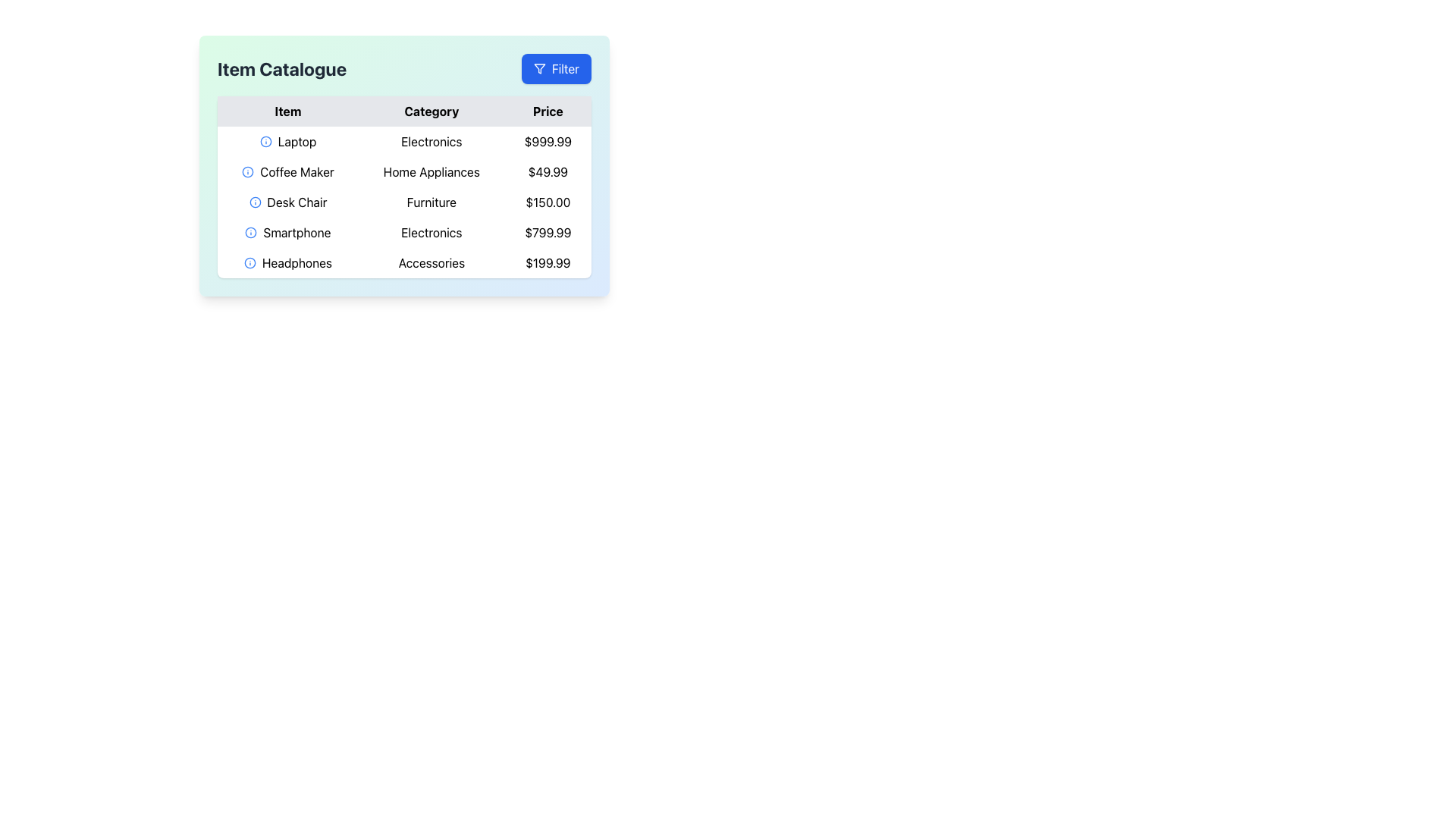 The image size is (1456, 819). I want to click on the filter button located on the top right corner of the 'Item Catalogue' interface, so click(555, 69).